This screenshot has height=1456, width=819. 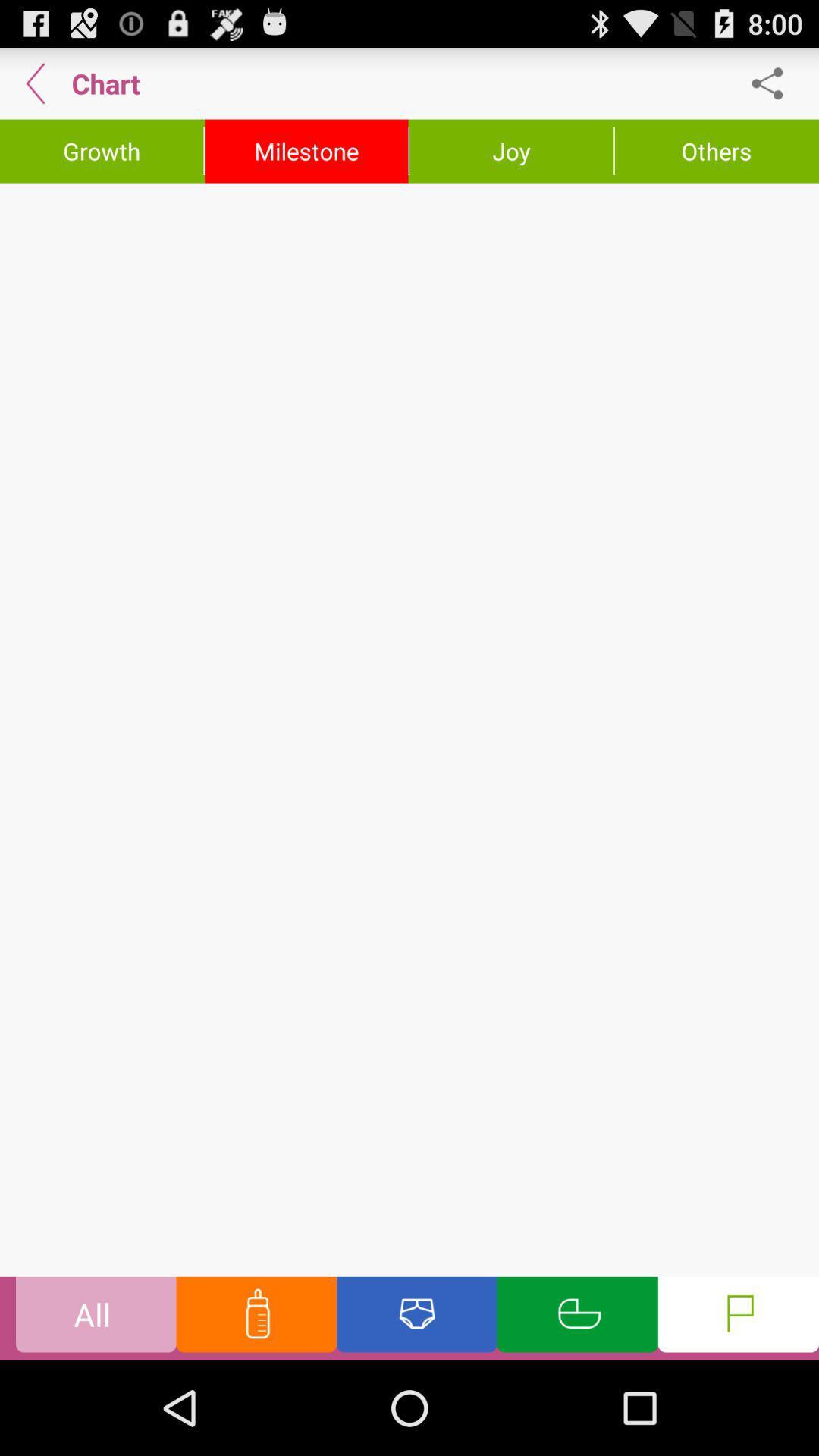 What do you see at coordinates (578, 1317) in the screenshot?
I see `the option which is green in color in the bottom` at bounding box center [578, 1317].